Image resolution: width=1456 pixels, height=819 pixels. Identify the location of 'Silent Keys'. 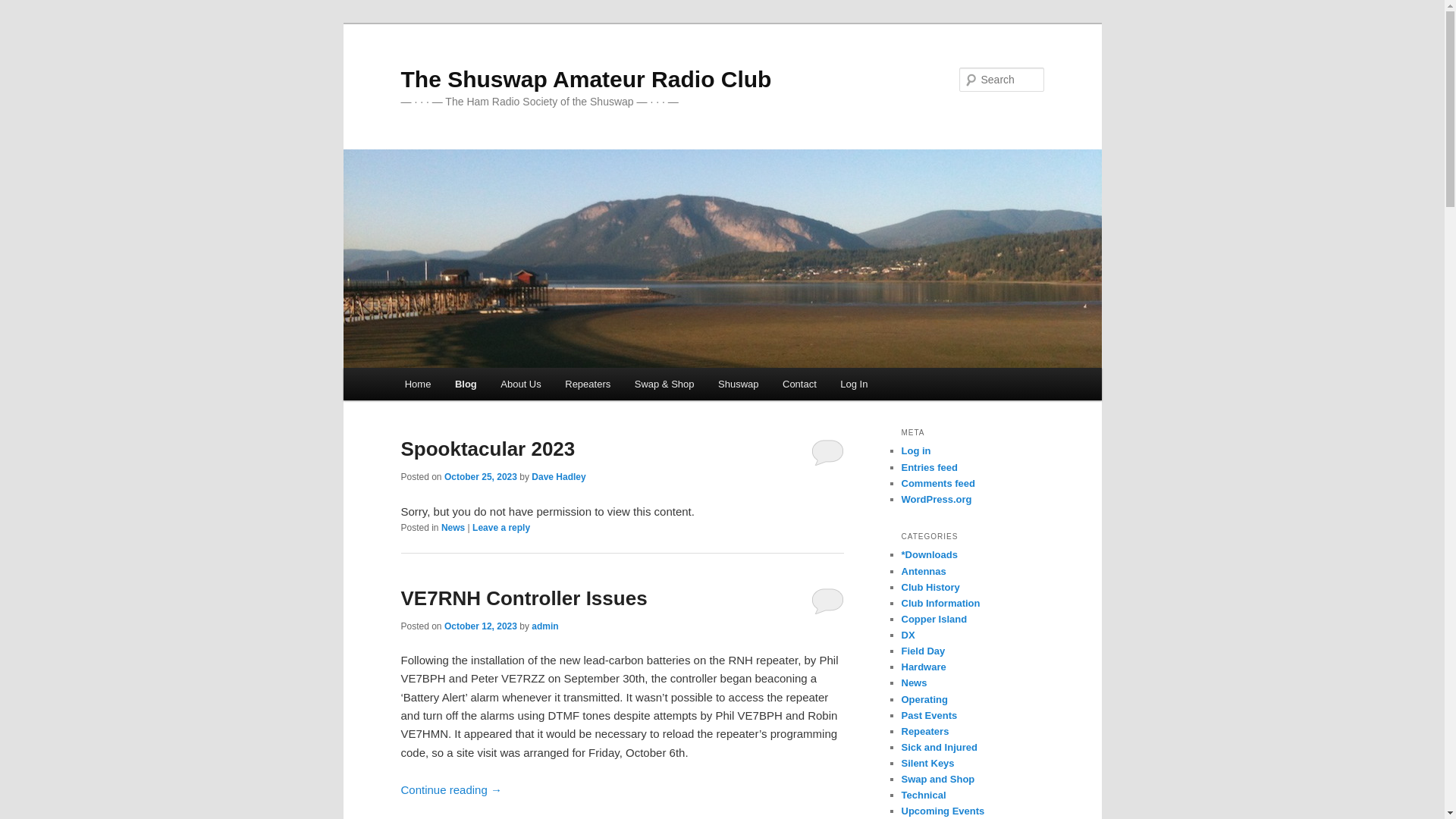
(927, 763).